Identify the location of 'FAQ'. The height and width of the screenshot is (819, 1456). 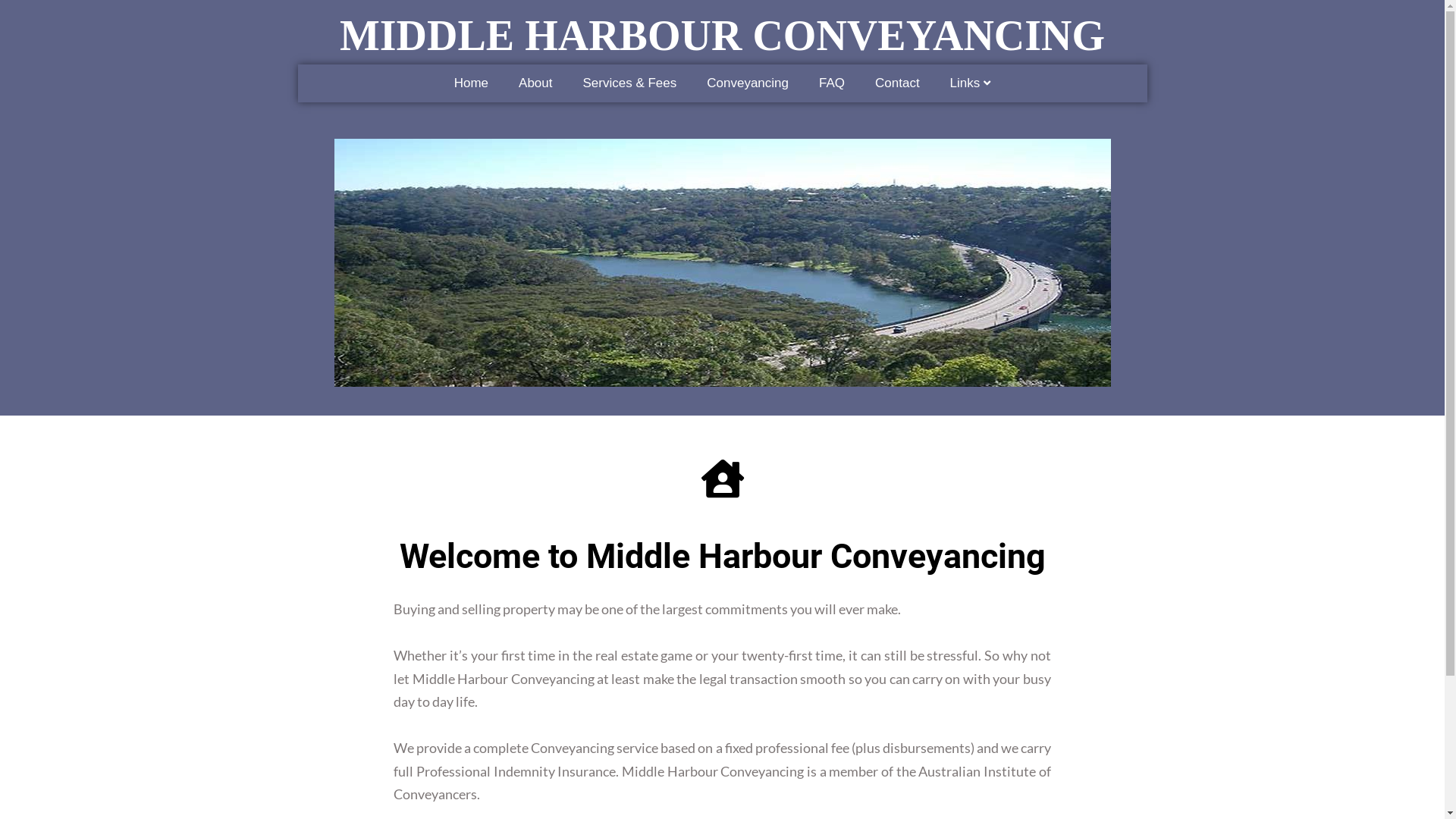
(831, 83).